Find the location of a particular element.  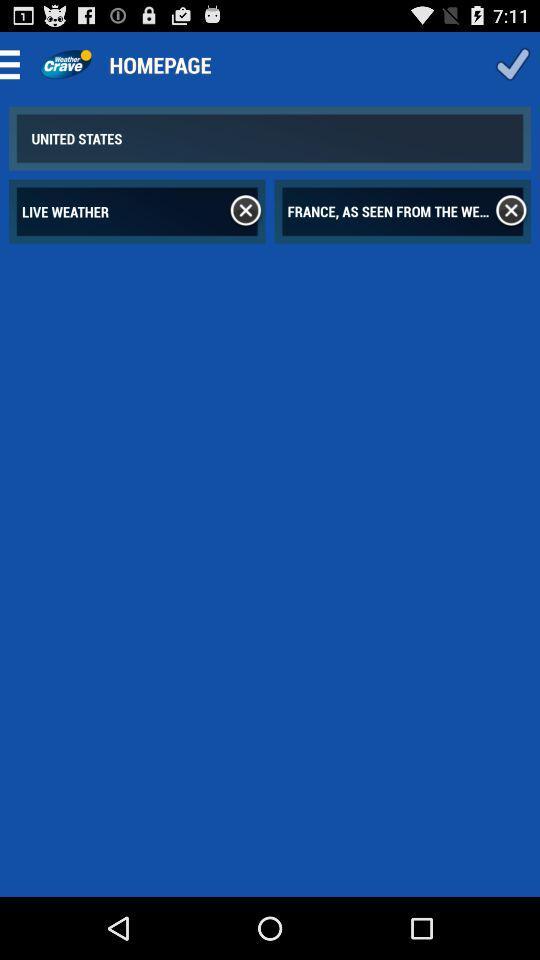

exclude button is located at coordinates (245, 211).